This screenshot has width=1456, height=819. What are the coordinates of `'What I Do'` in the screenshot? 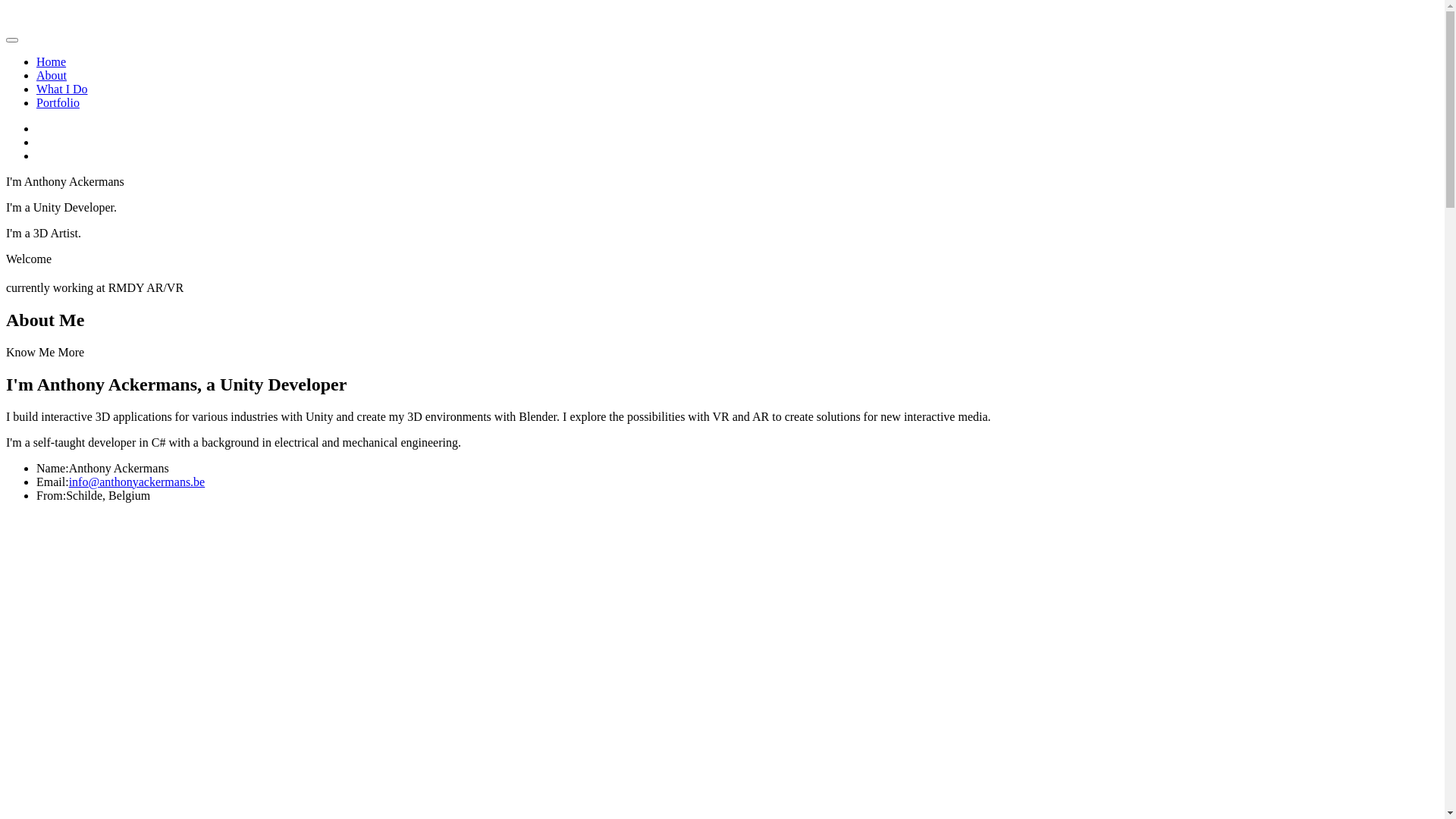 It's located at (61, 89).